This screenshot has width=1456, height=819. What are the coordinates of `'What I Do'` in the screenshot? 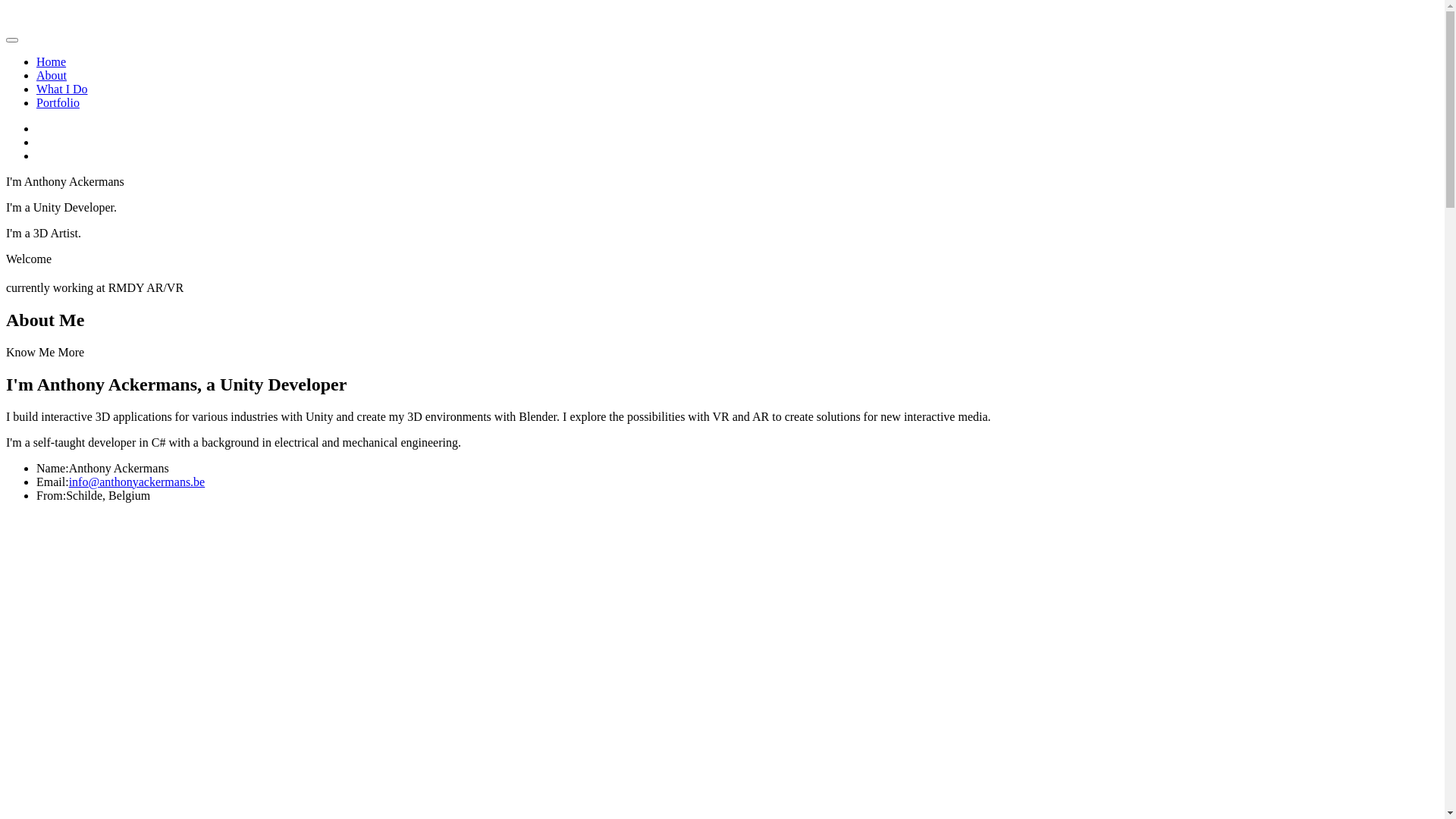 It's located at (61, 89).